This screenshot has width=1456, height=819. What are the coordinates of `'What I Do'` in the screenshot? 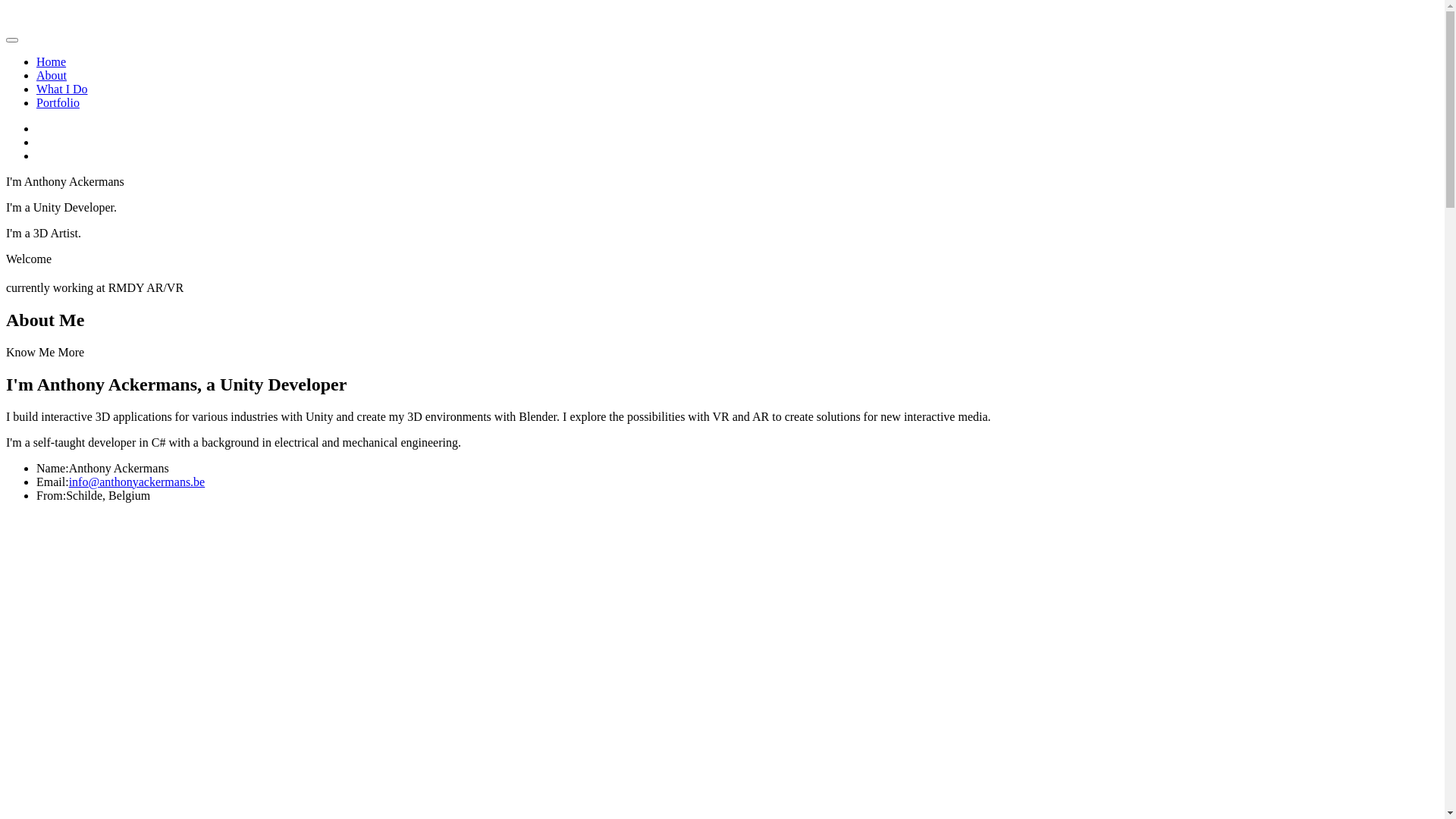 It's located at (61, 89).